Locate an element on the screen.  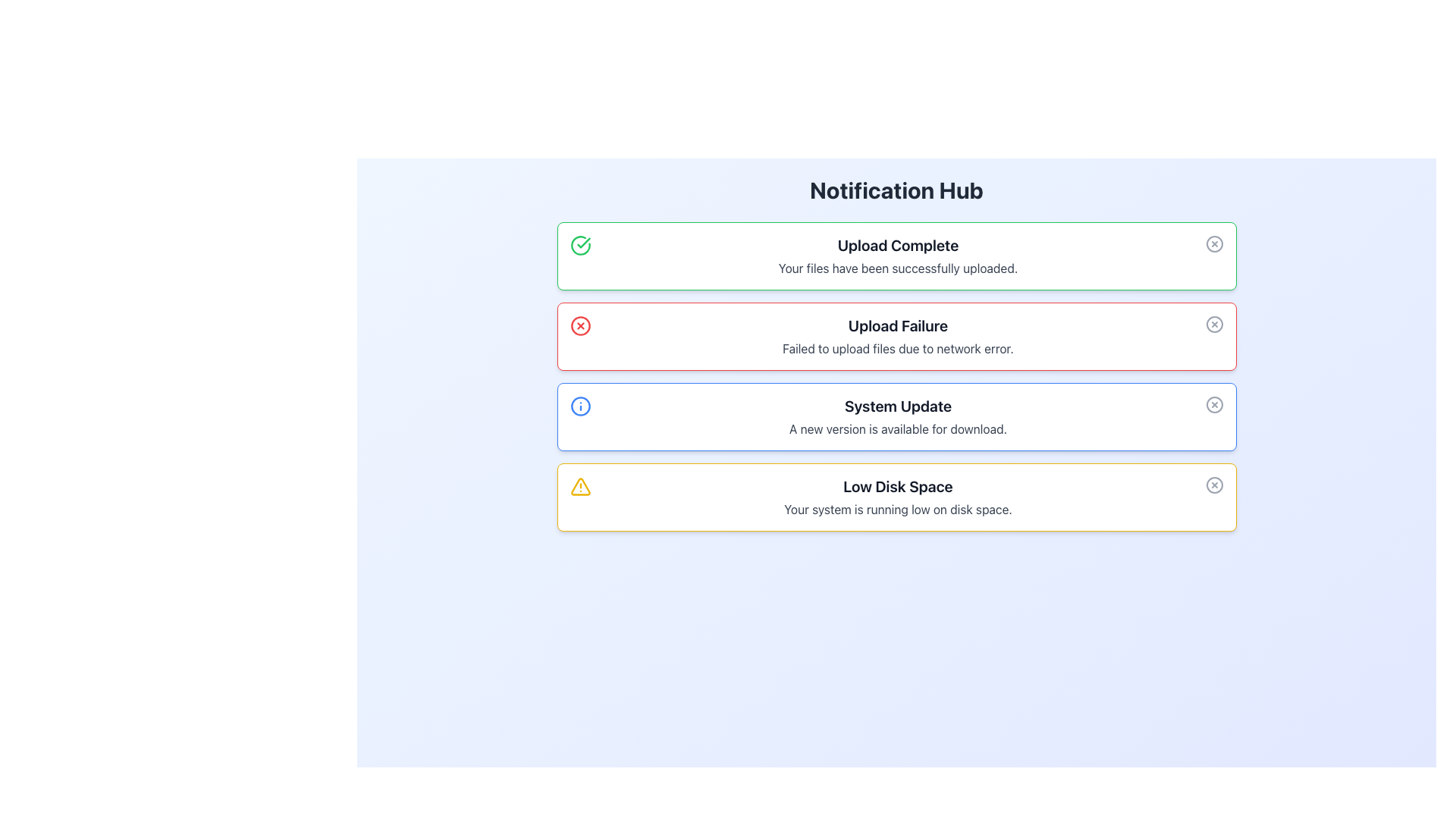
the small circular gray button with an 'X' mark at the top-right corner of the 'Upload Complete' notification card is located at coordinates (1214, 243).